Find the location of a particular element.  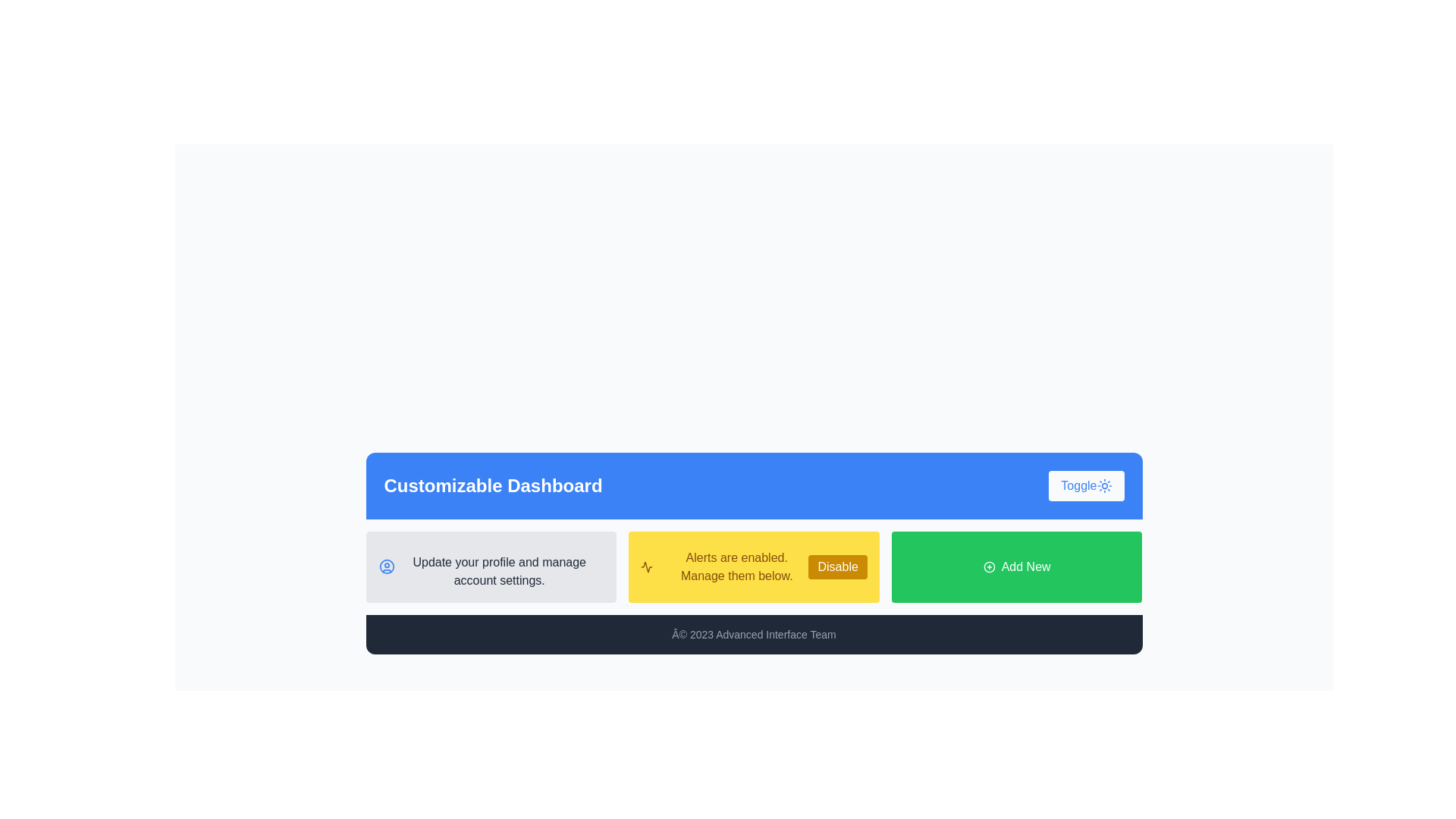

the 'Toggle' button with a light gray background and sun icon is located at coordinates (1085, 485).